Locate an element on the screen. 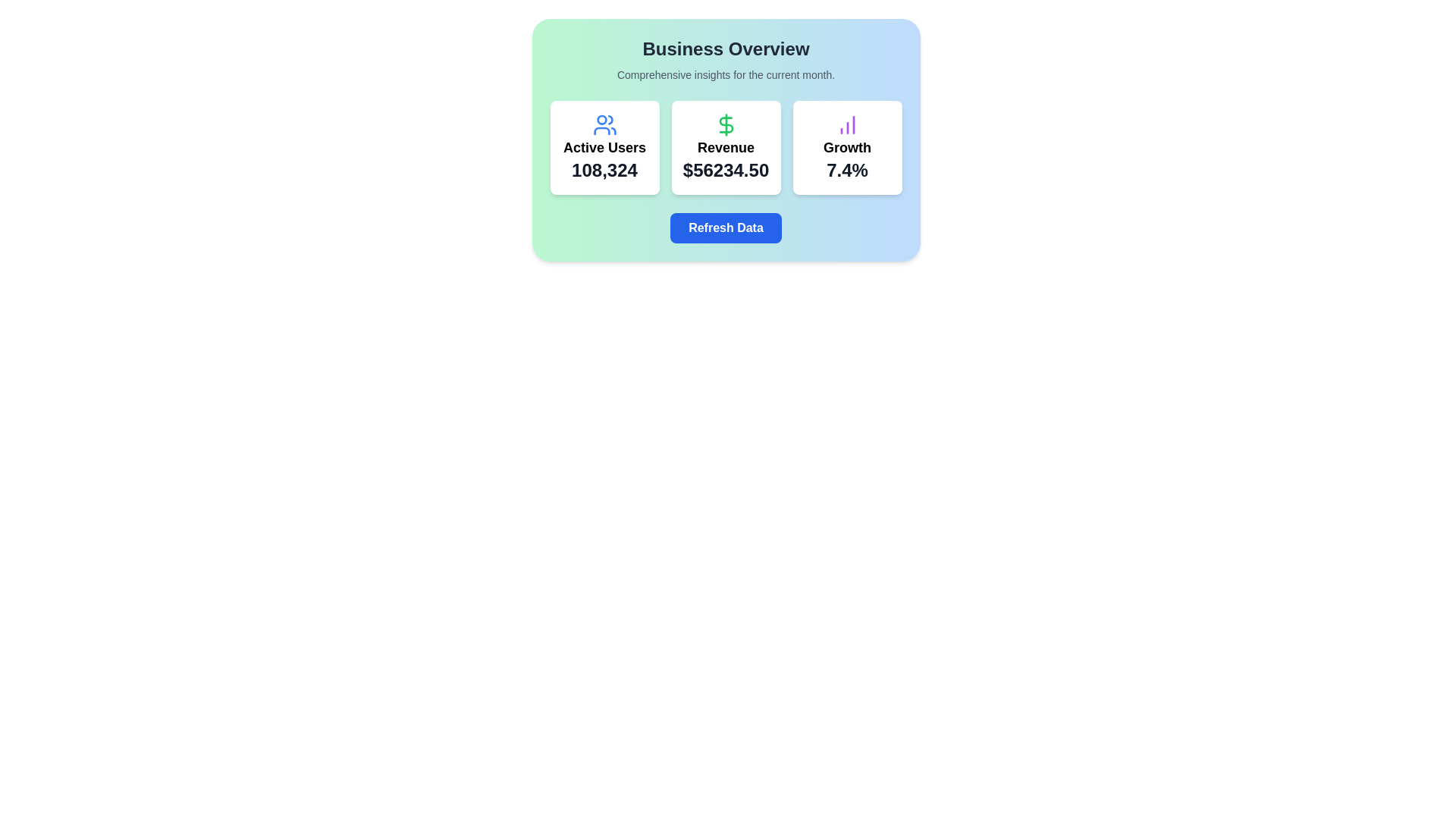 This screenshot has height=819, width=1456. the data refresh button located below the summary cards for 'Active Users', 'Revenue', and 'Growth' is located at coordinates (725, 227).